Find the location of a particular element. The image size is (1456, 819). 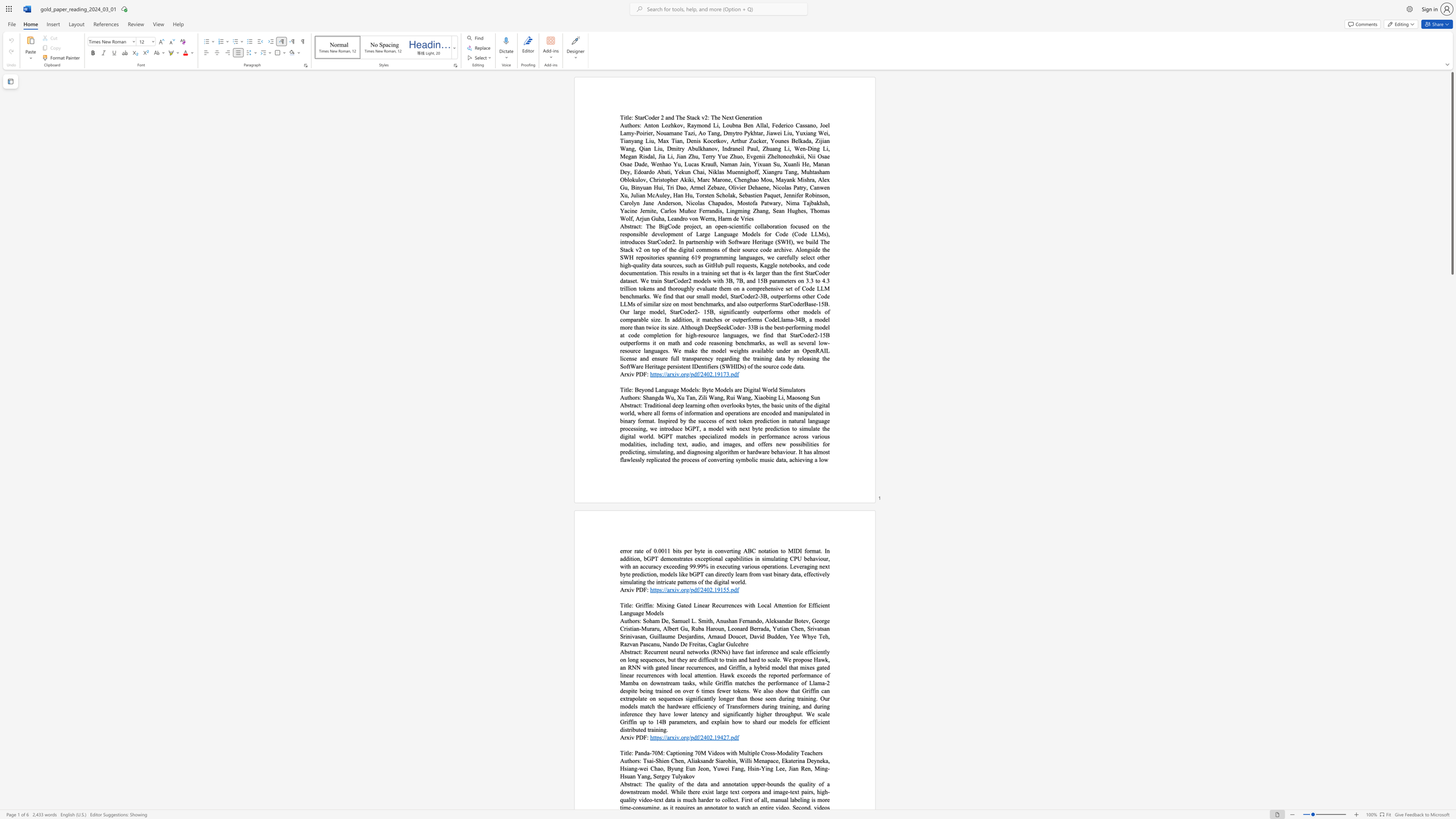

the scrollbar to scroll the page down is located at coordinates (1451, 660).